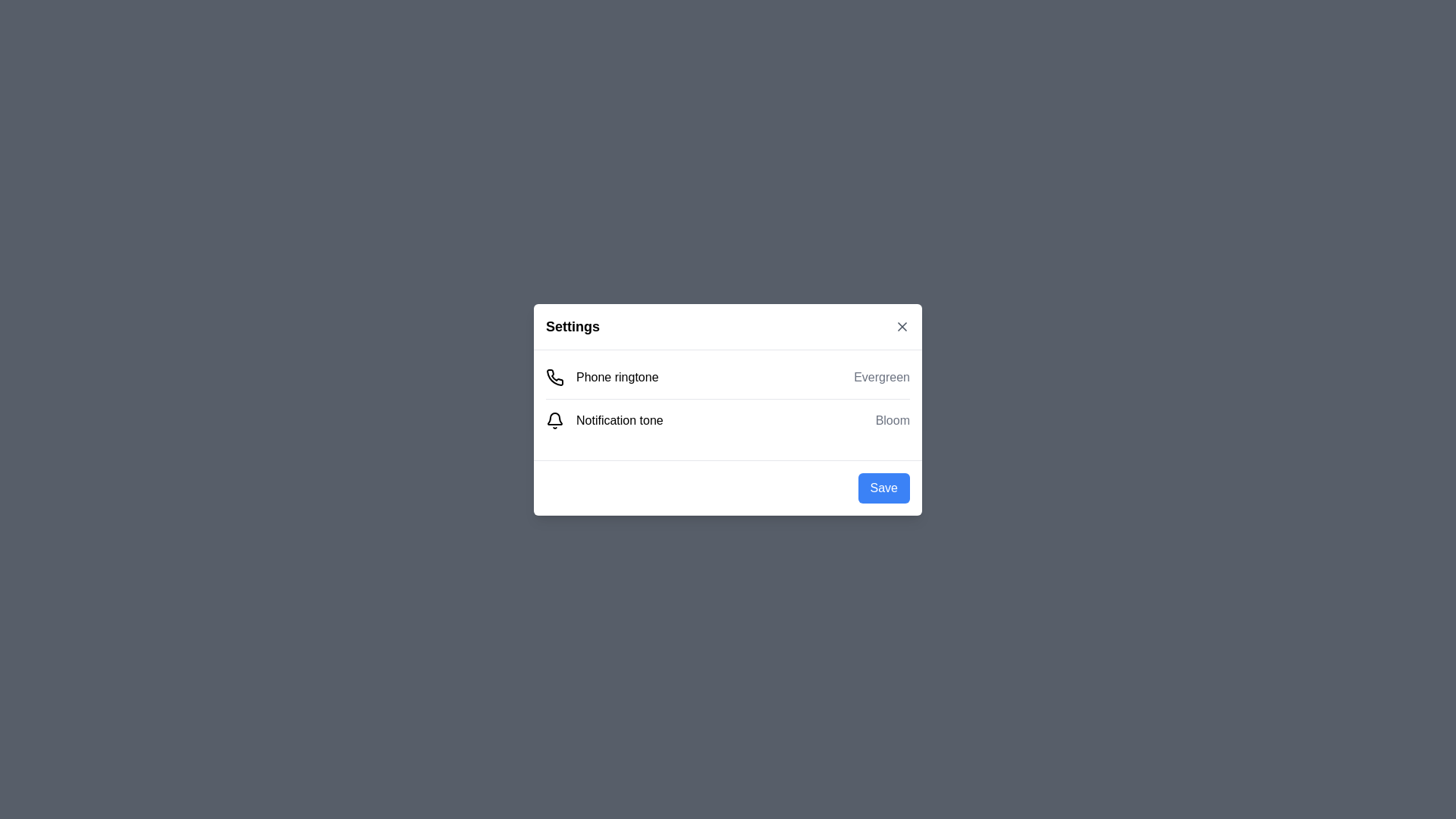 The image size is (1456, 819). I want to click on the save button located at the bottom-right corner of the modal dialog to observe any hover effects, so click(883, 488).